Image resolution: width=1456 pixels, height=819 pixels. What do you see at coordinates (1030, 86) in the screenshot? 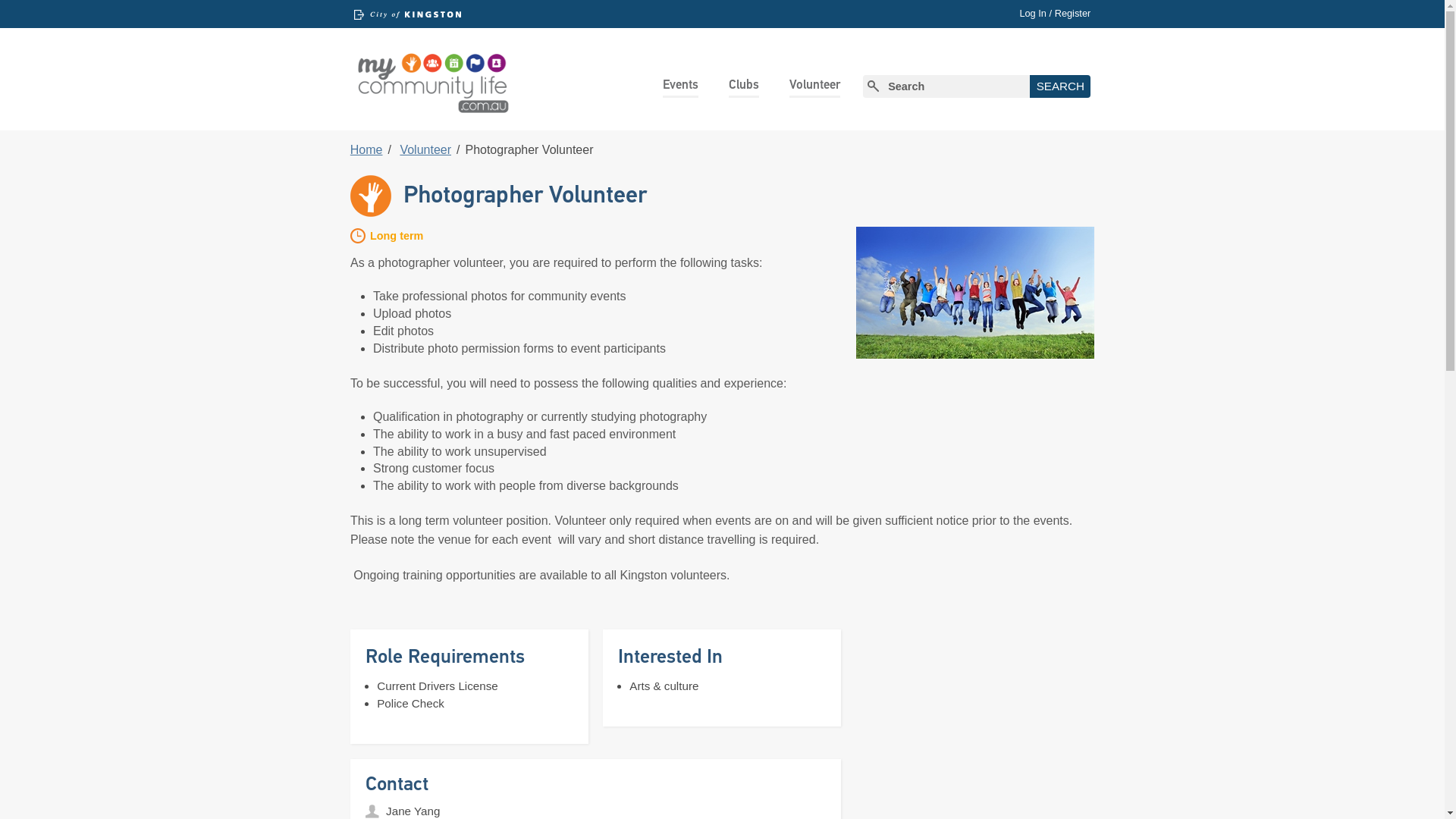
I see `'Search'` at bounding box center [1030, 86].